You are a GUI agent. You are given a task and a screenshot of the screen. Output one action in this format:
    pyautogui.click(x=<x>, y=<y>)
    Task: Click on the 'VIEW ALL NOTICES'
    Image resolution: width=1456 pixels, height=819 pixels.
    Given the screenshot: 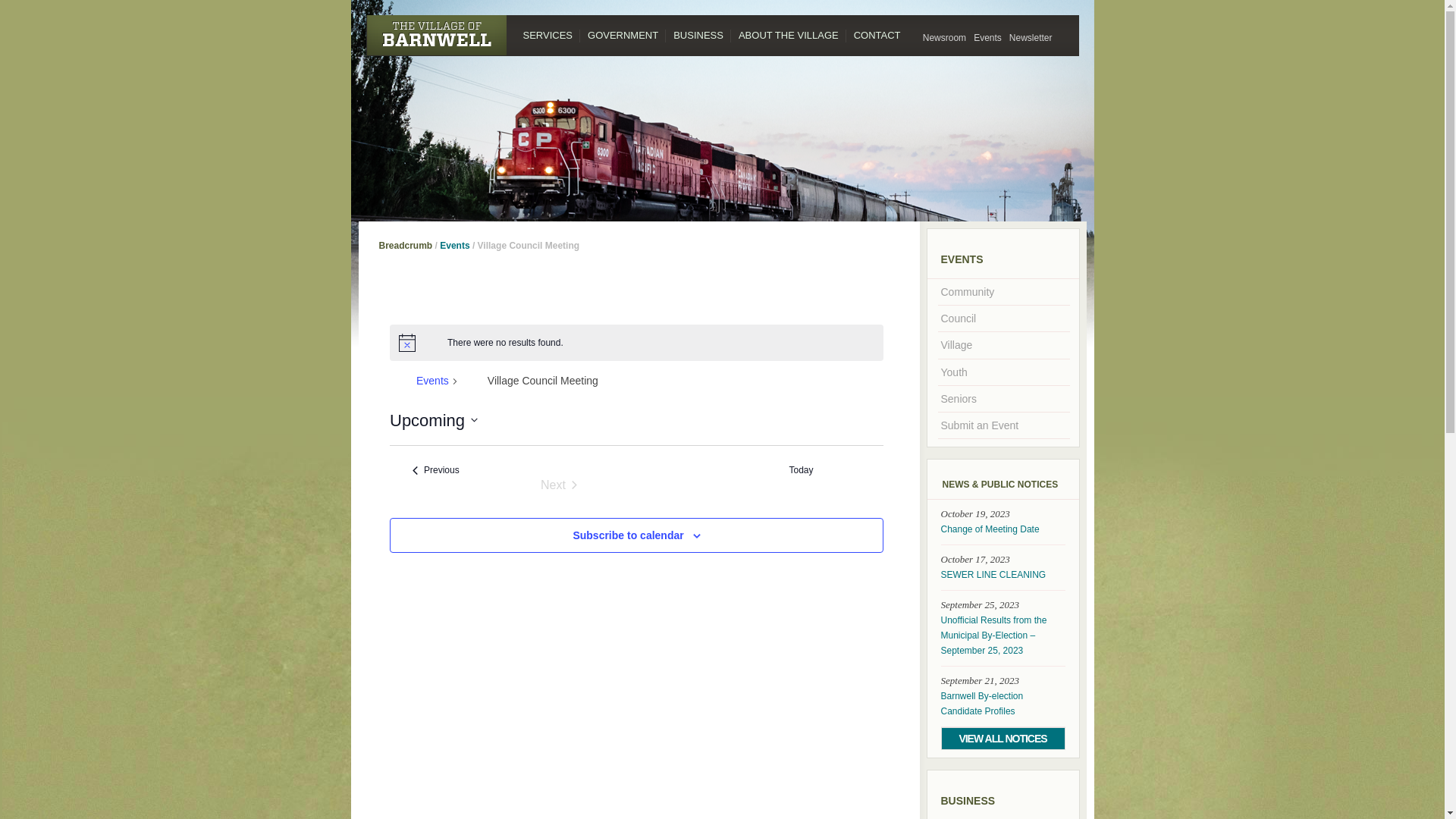 What is the action you would take?
    pyautogui.click(x=1002, y=738)
    